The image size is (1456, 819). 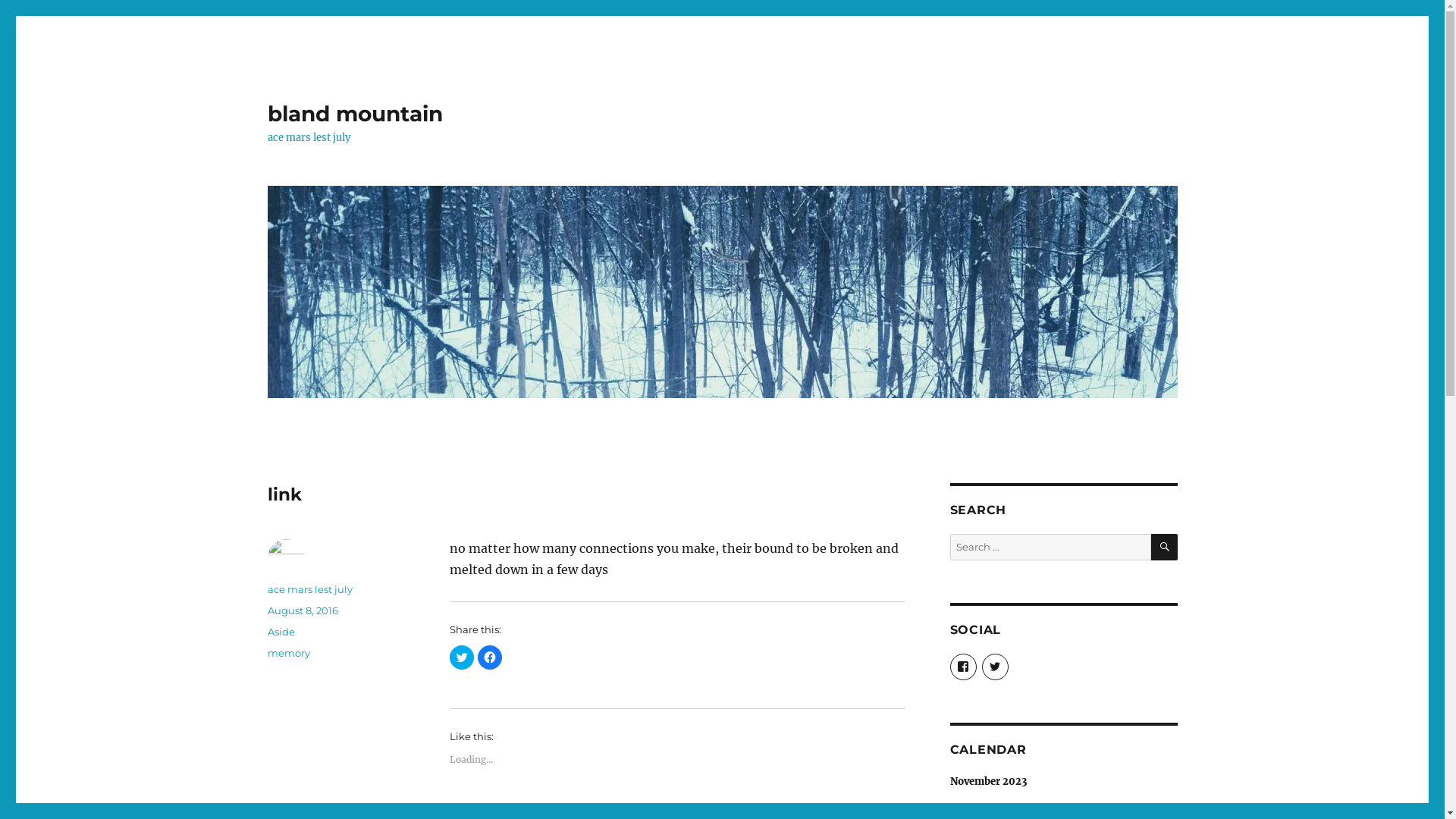 What do you see at coordinates (353, 113) in the screenshot?
I see `'bland mountain'` at bounding box center [353, 113].